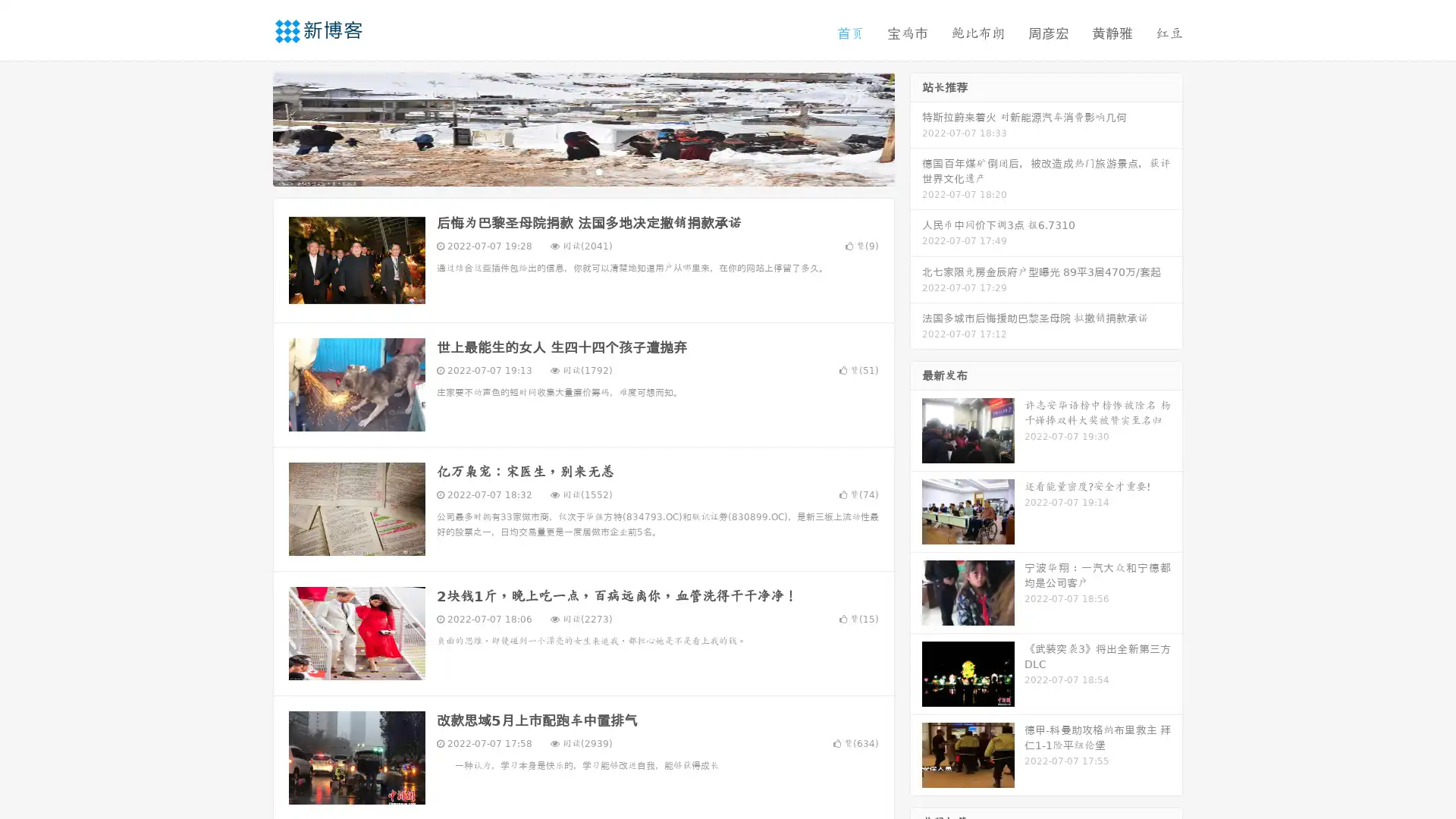 This screenshot has height=819, width=1456. Describe the element at coordinates (582, 171) in the screenshot. I see `Go to slide 2` at that location.